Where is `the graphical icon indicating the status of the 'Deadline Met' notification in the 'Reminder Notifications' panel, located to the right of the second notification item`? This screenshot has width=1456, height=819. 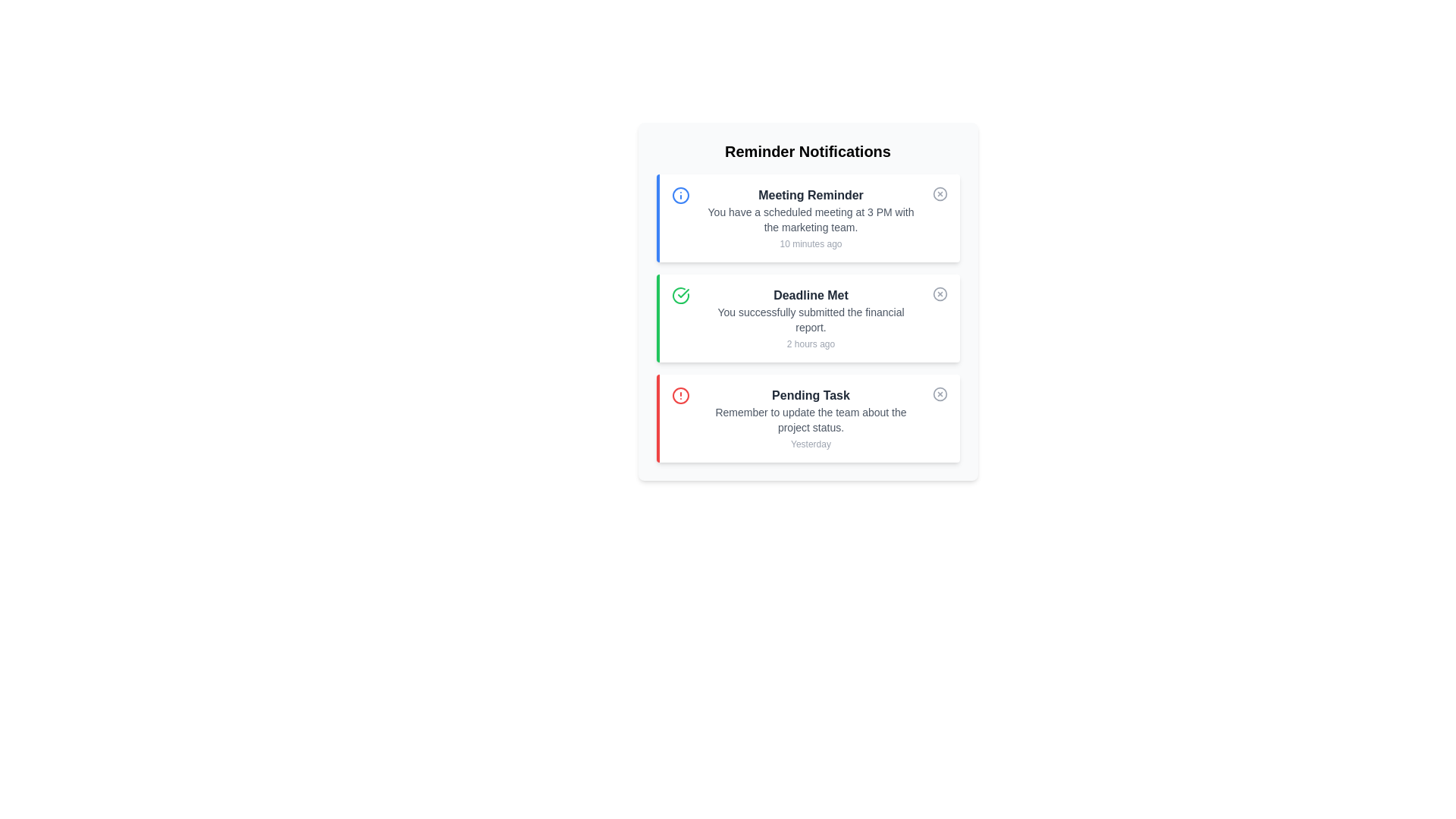 the graphical icon indicating the status of the 'Deadline Met' notification in the 'Reminder Notifications' panel, located to the right of the second notification item is located at coordinates (939, 294).